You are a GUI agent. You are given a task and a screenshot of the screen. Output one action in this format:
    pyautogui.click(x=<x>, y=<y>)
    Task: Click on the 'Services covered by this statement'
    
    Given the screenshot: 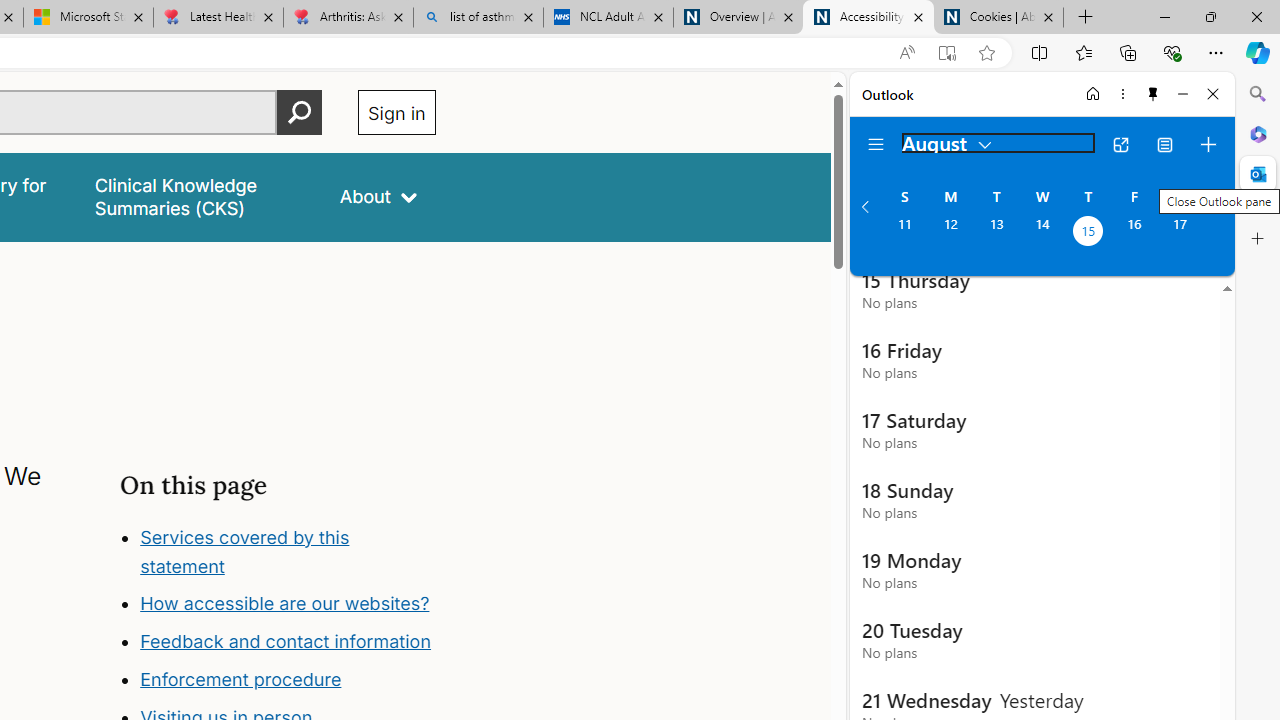 What is the action you would take?
    pyautogui.click(x=243, y=551)
    